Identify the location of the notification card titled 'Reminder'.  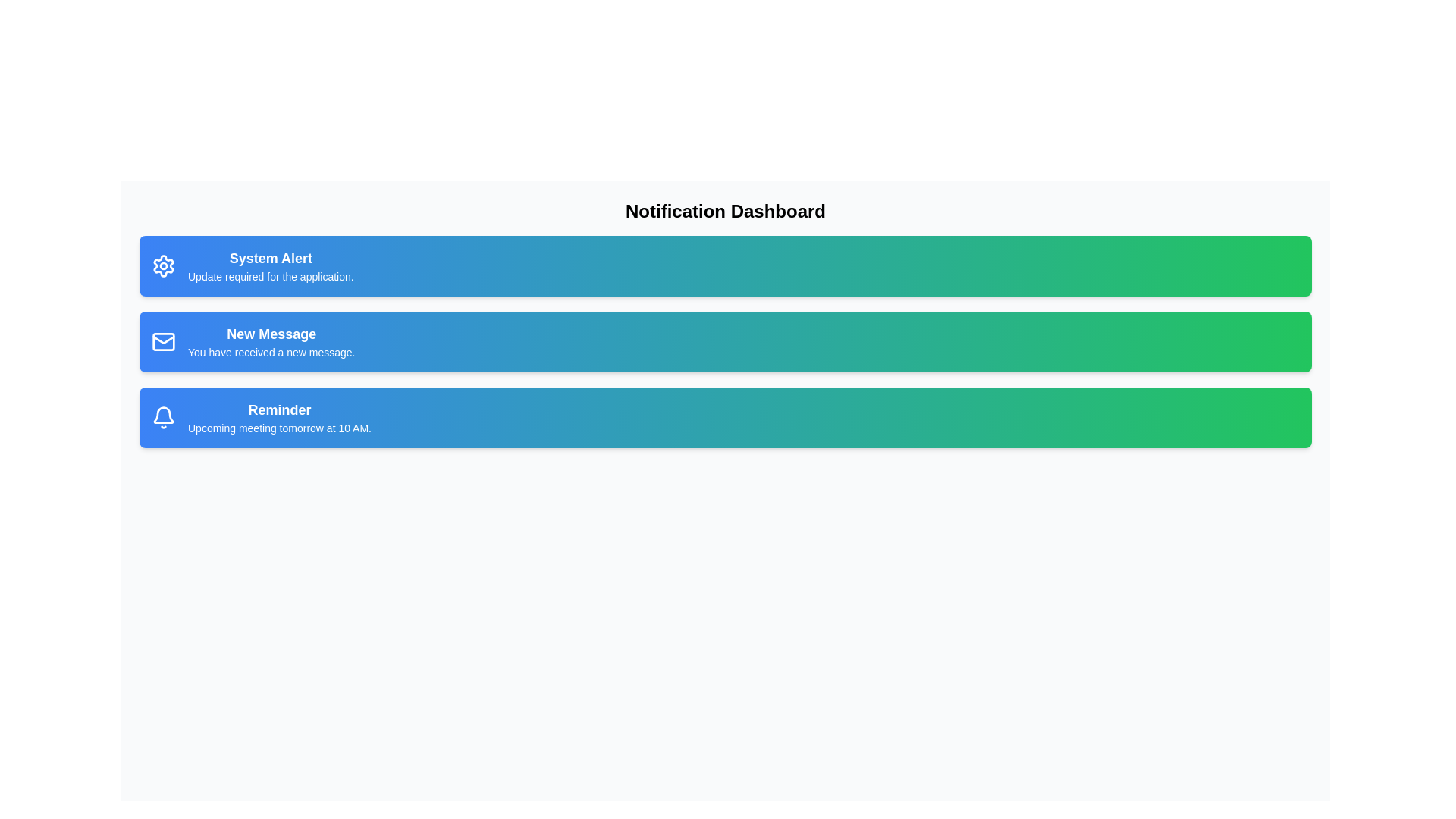
(724, 418).